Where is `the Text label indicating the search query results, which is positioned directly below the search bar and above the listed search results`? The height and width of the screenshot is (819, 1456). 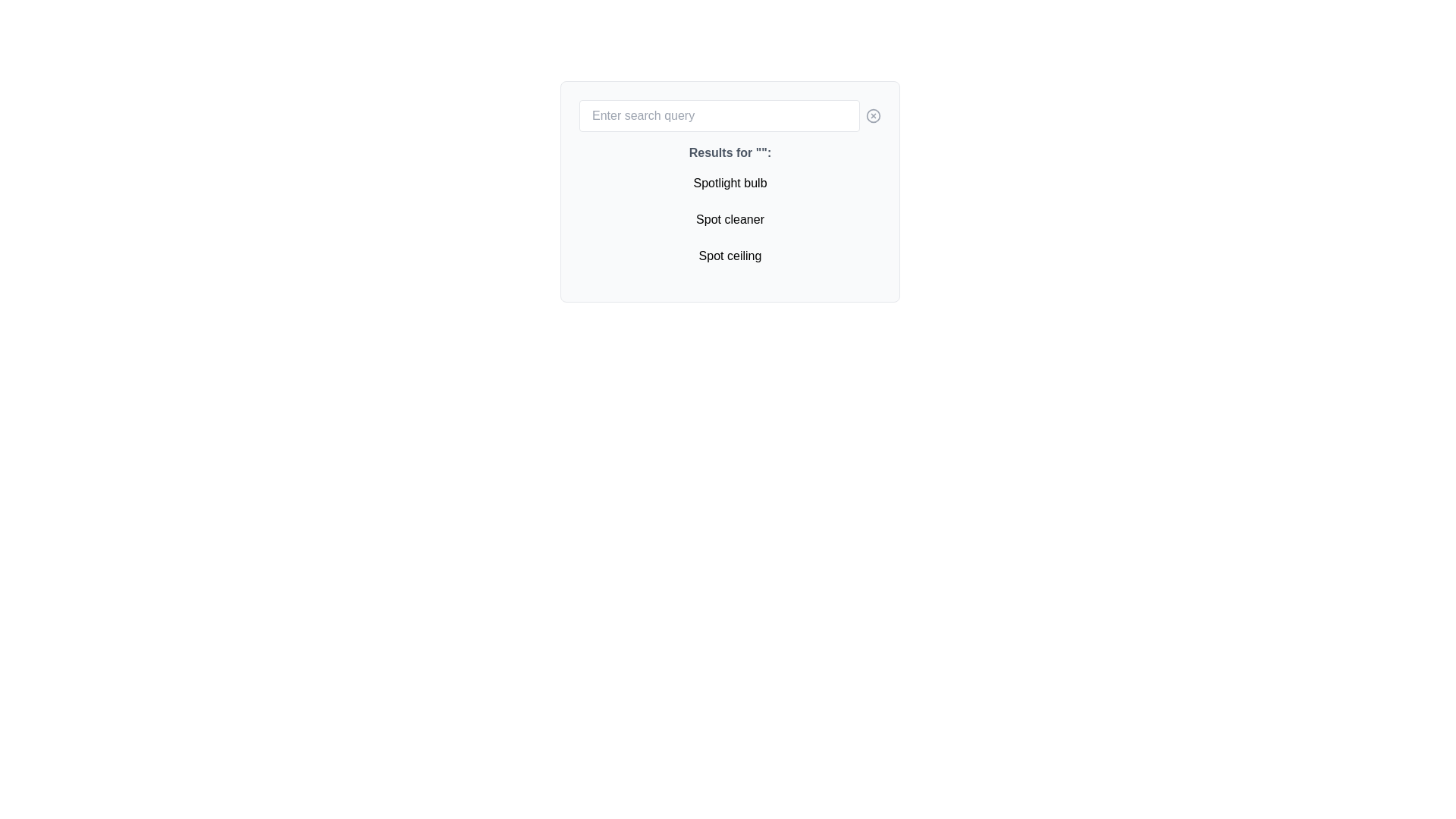 the Text label indicating the search query results, which is positioned directly below the search bar and above the listed search results is located at coordinates (730, 152).